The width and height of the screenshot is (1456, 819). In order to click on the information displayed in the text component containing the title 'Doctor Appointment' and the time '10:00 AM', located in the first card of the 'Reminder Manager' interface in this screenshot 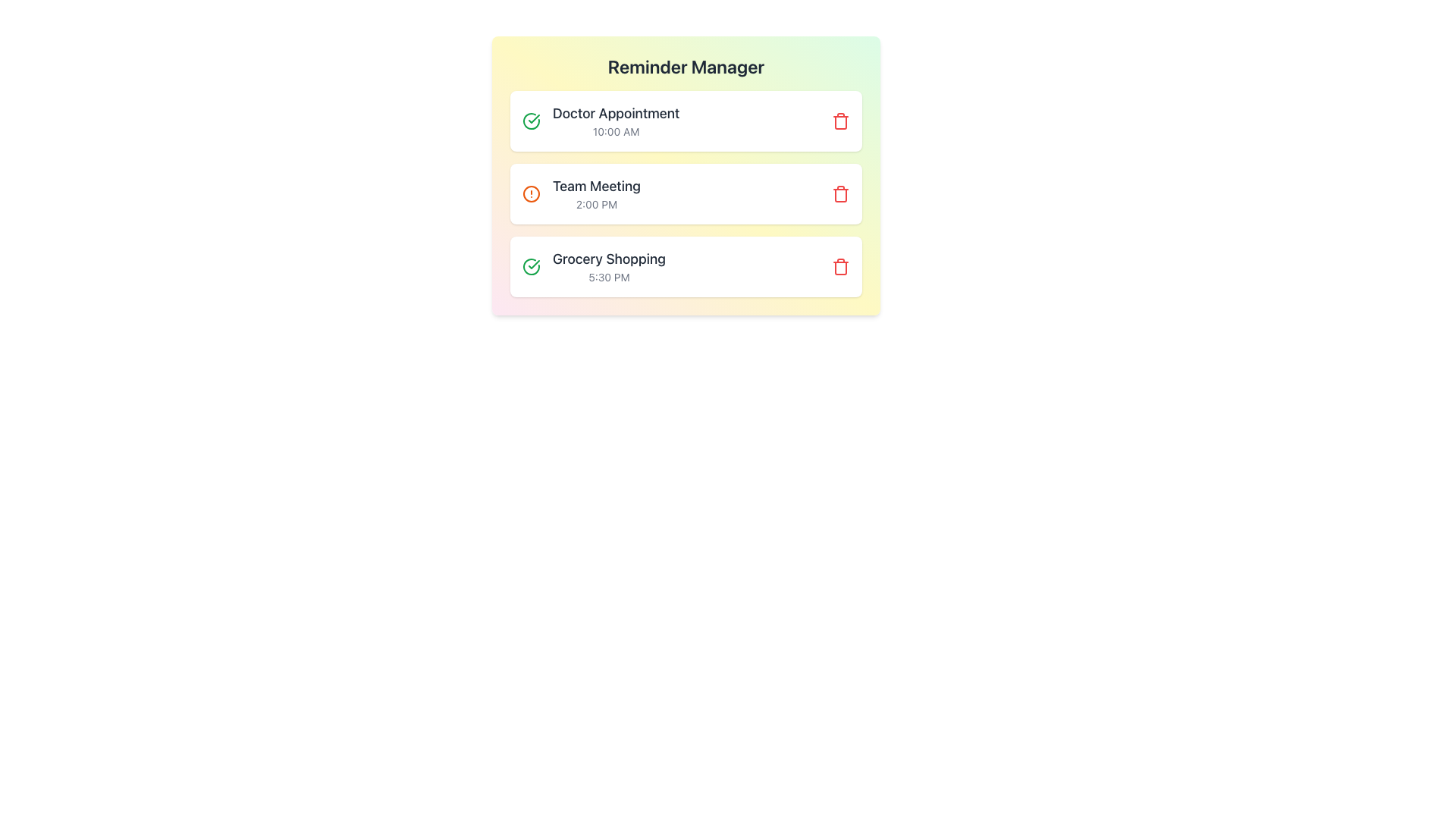, I will do `click(616, 120)`.